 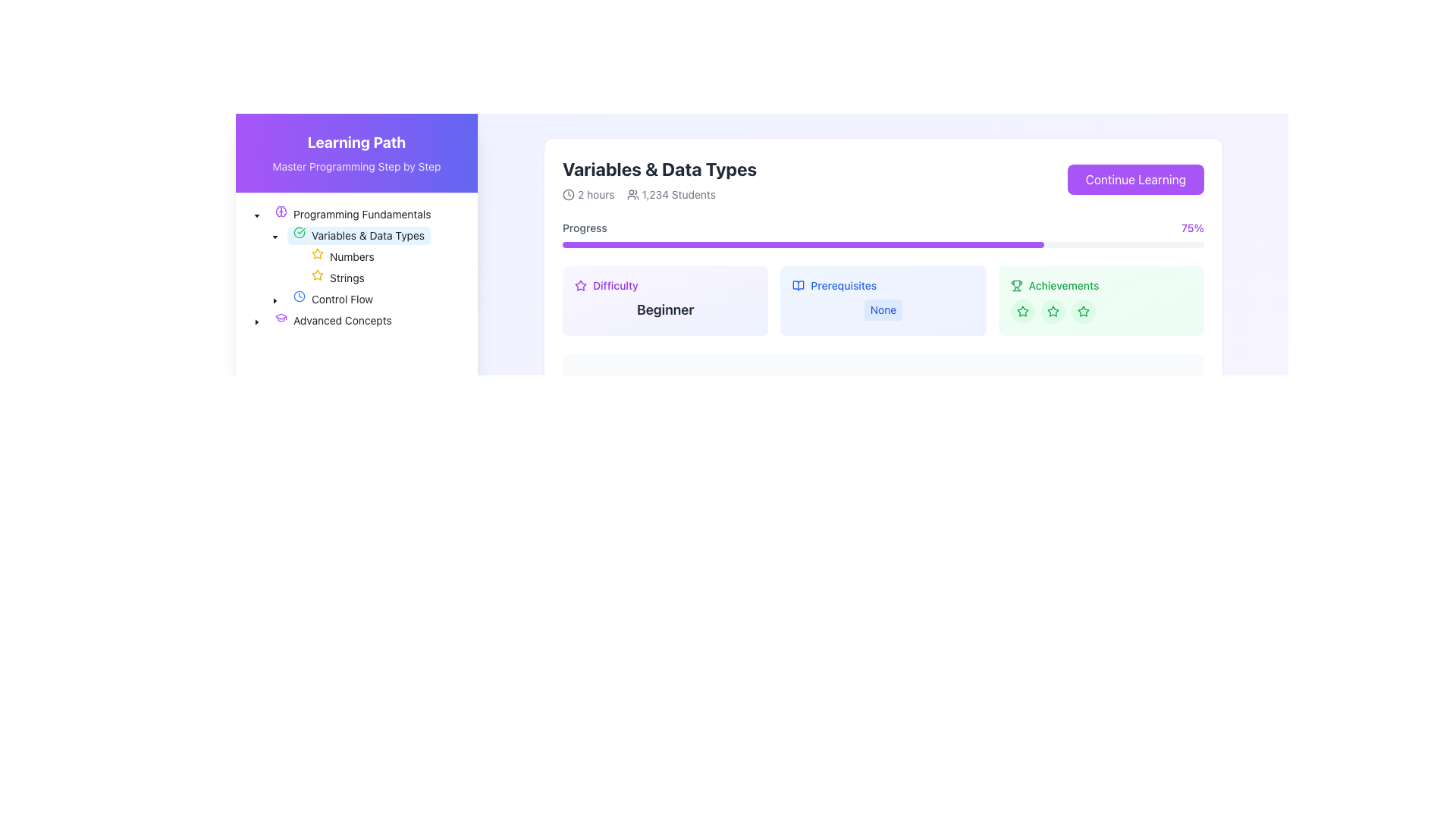 I want to click on the row containing three circular star icons within the 'Achievements' section located at the top-right of the page, so click(x=1101, y=311).